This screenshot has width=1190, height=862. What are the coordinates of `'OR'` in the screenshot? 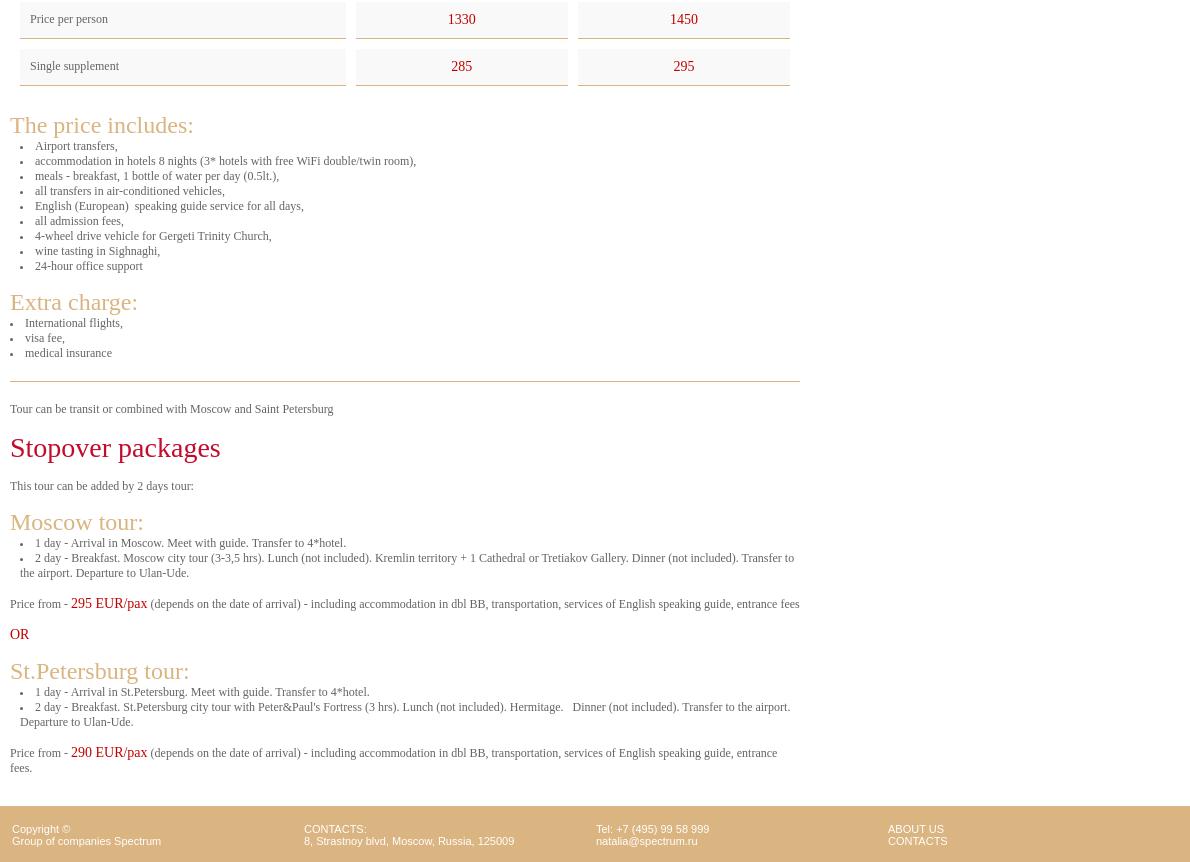 It's located at (18, 634).